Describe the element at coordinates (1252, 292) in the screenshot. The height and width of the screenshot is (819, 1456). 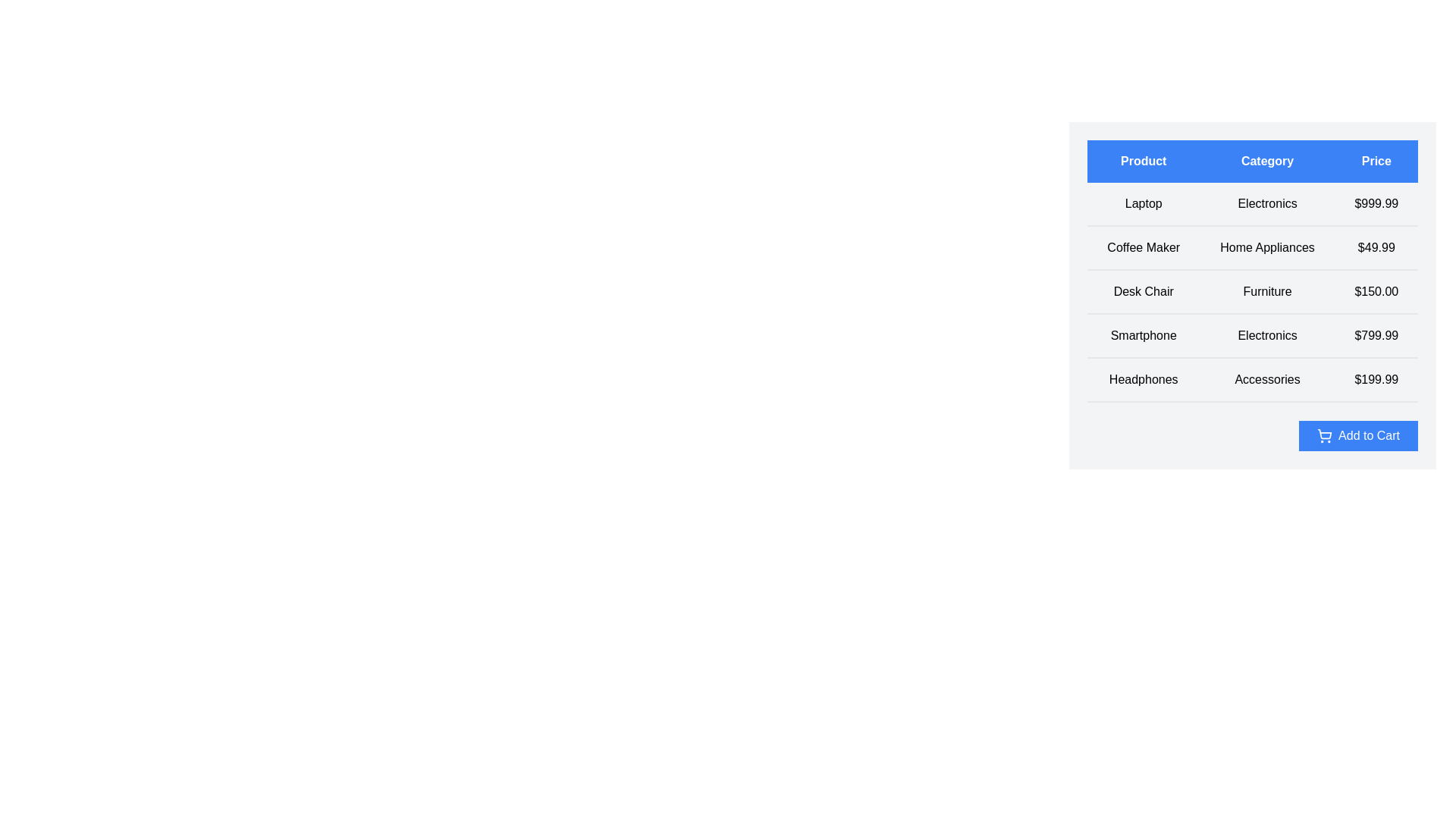
I see `the third row in the product listing table that displays information for 'Desk Chair', including its category and price` at that location.